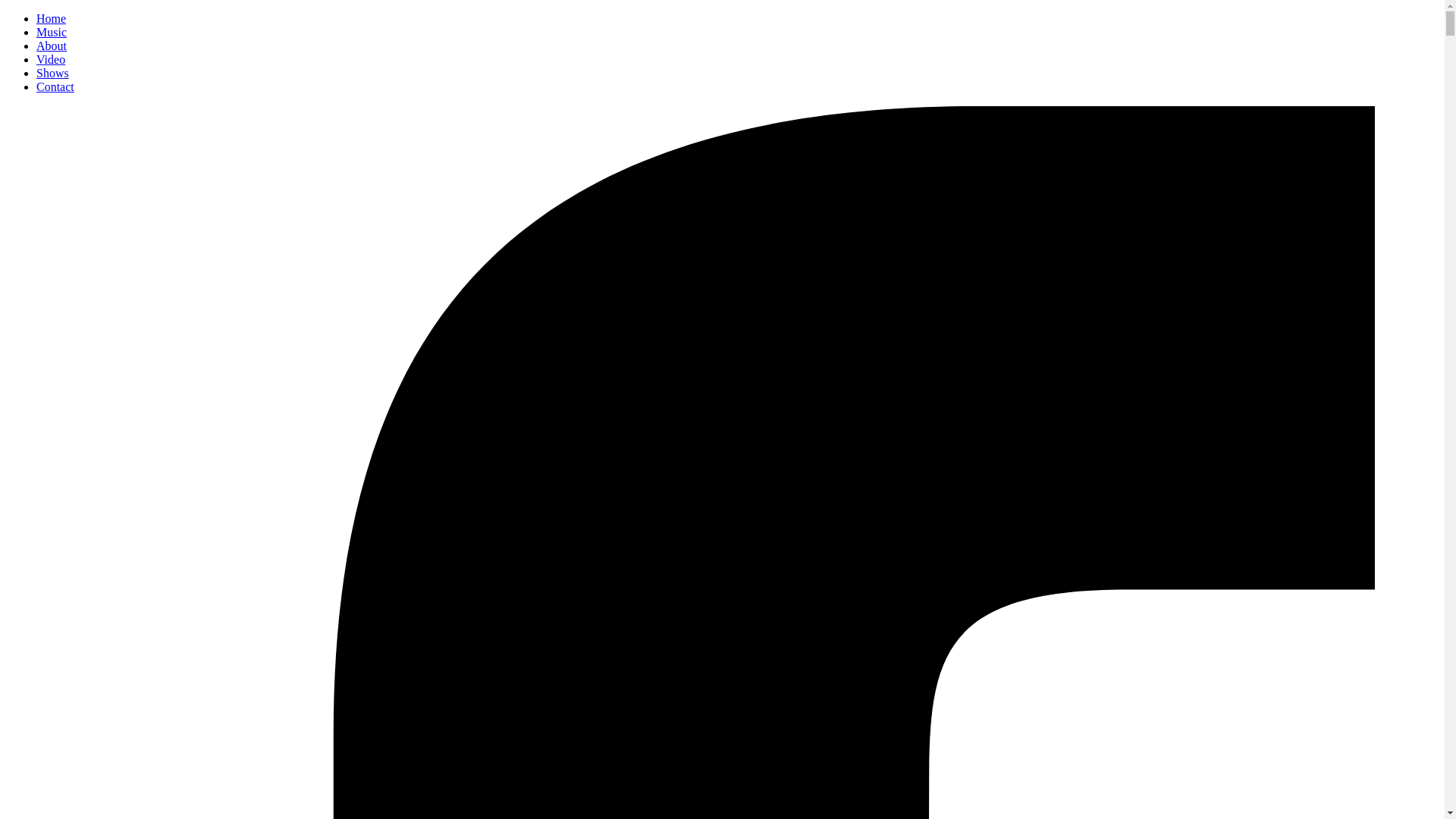 Image resolution: width=1456 pixels, height=819 pixels. What do you see at coordinates (52, 73) in the screenshot?
I see `'Shows'` at bounding box center [52, 73].